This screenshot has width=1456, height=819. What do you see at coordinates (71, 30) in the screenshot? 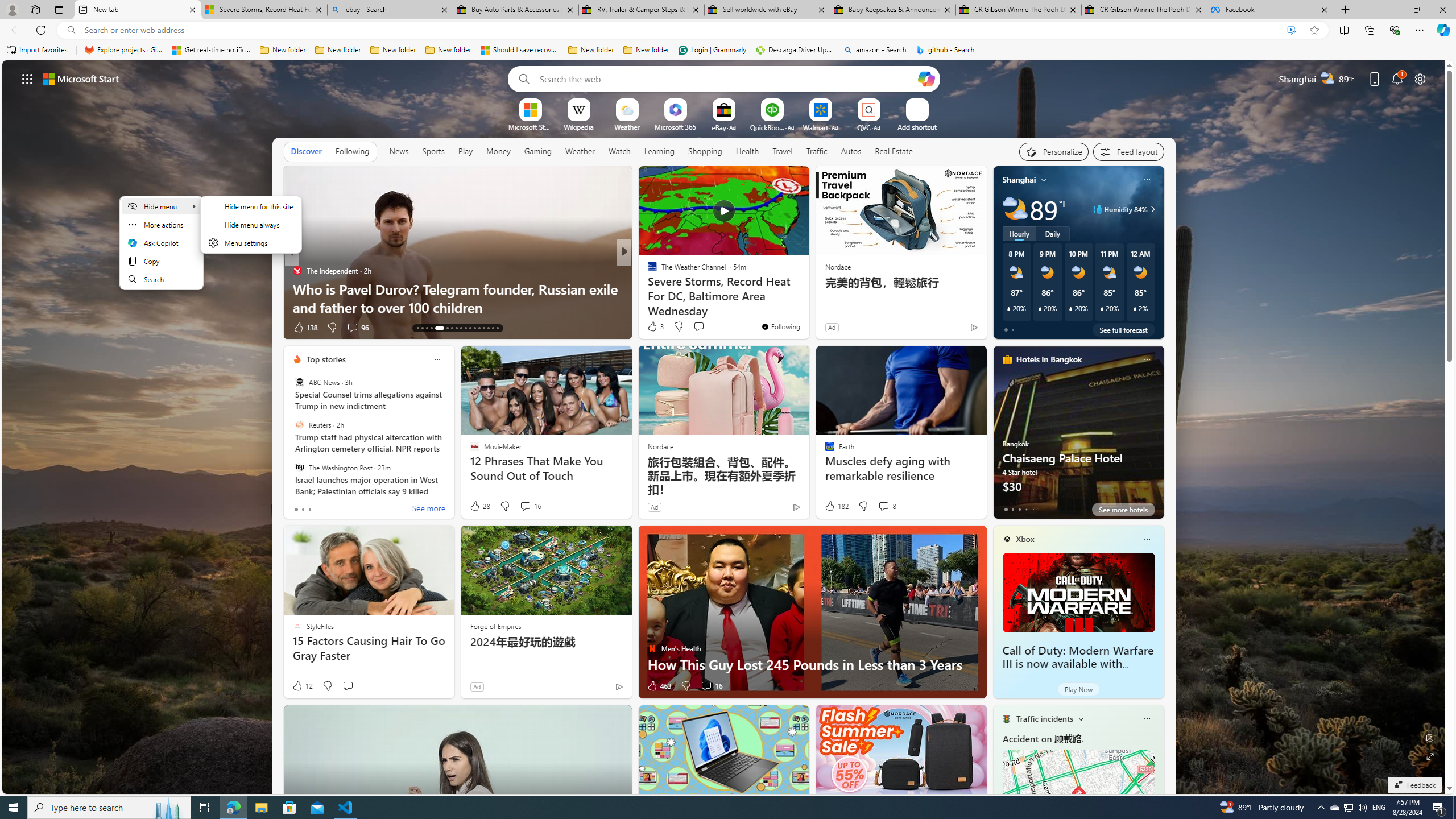
I see `'Search icon'` at bounding box center [71, 30].